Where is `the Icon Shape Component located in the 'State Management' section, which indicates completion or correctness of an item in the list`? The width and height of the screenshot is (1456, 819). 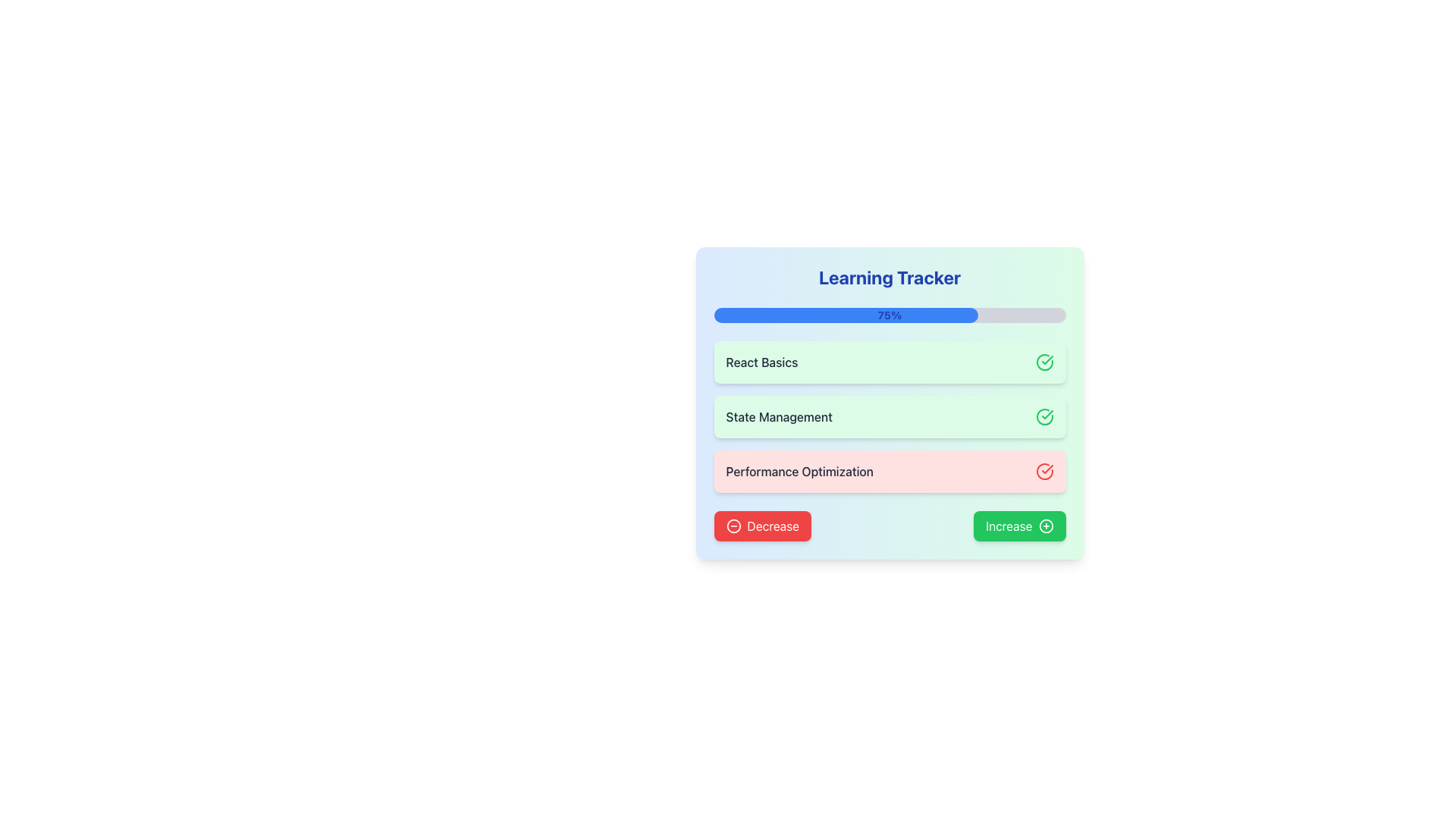 the Icon Shape Component located in the 'State Management' section, which indicates completion or correctness of an item in the list is located at coordinates (1043, 417).